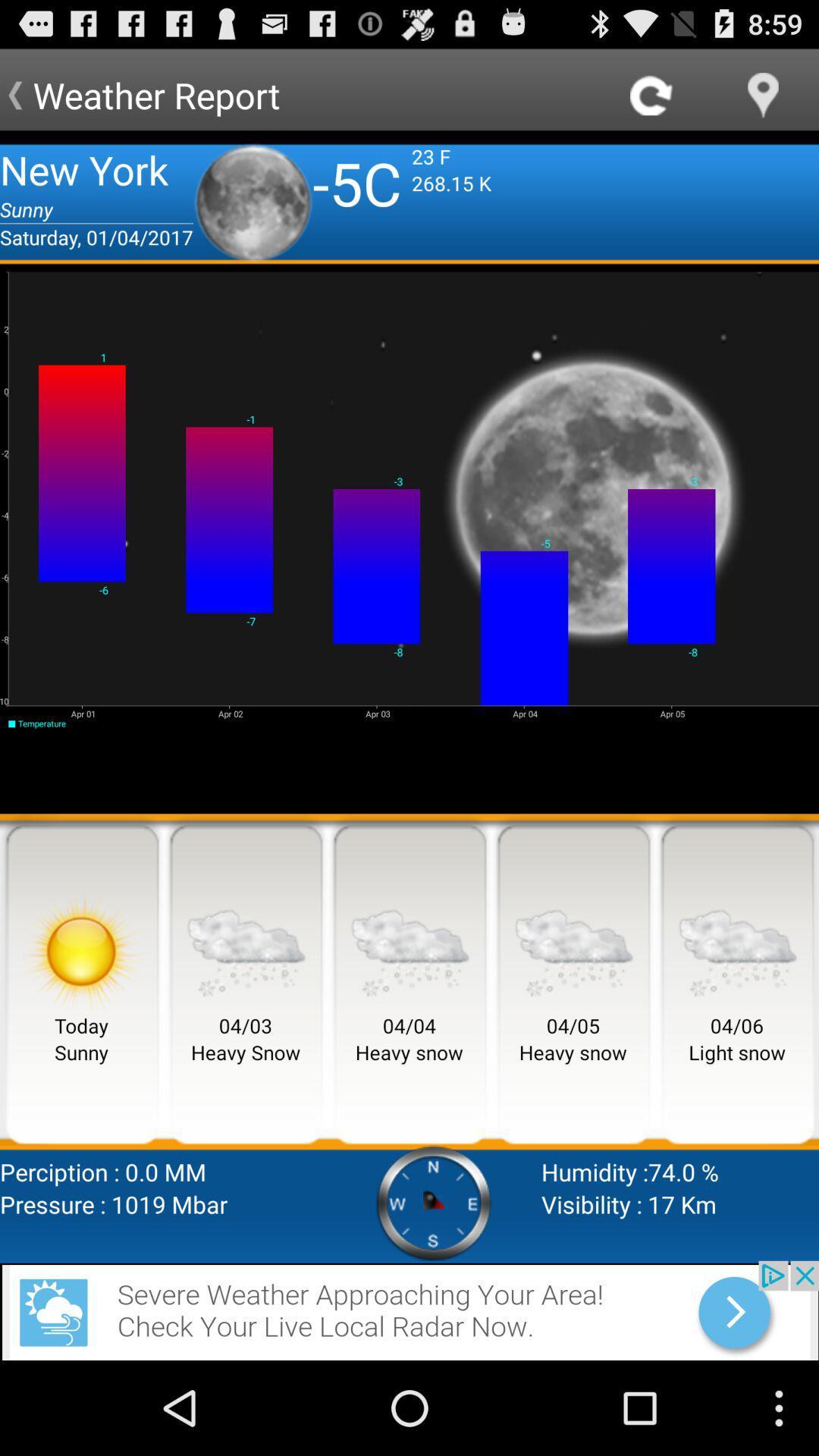 The height and width of the screenshot is (1456, 819). What do you see at coordinates (409, 1310) in the screenshot?
I see `click advertisement` at bounding box center [409, 1310].